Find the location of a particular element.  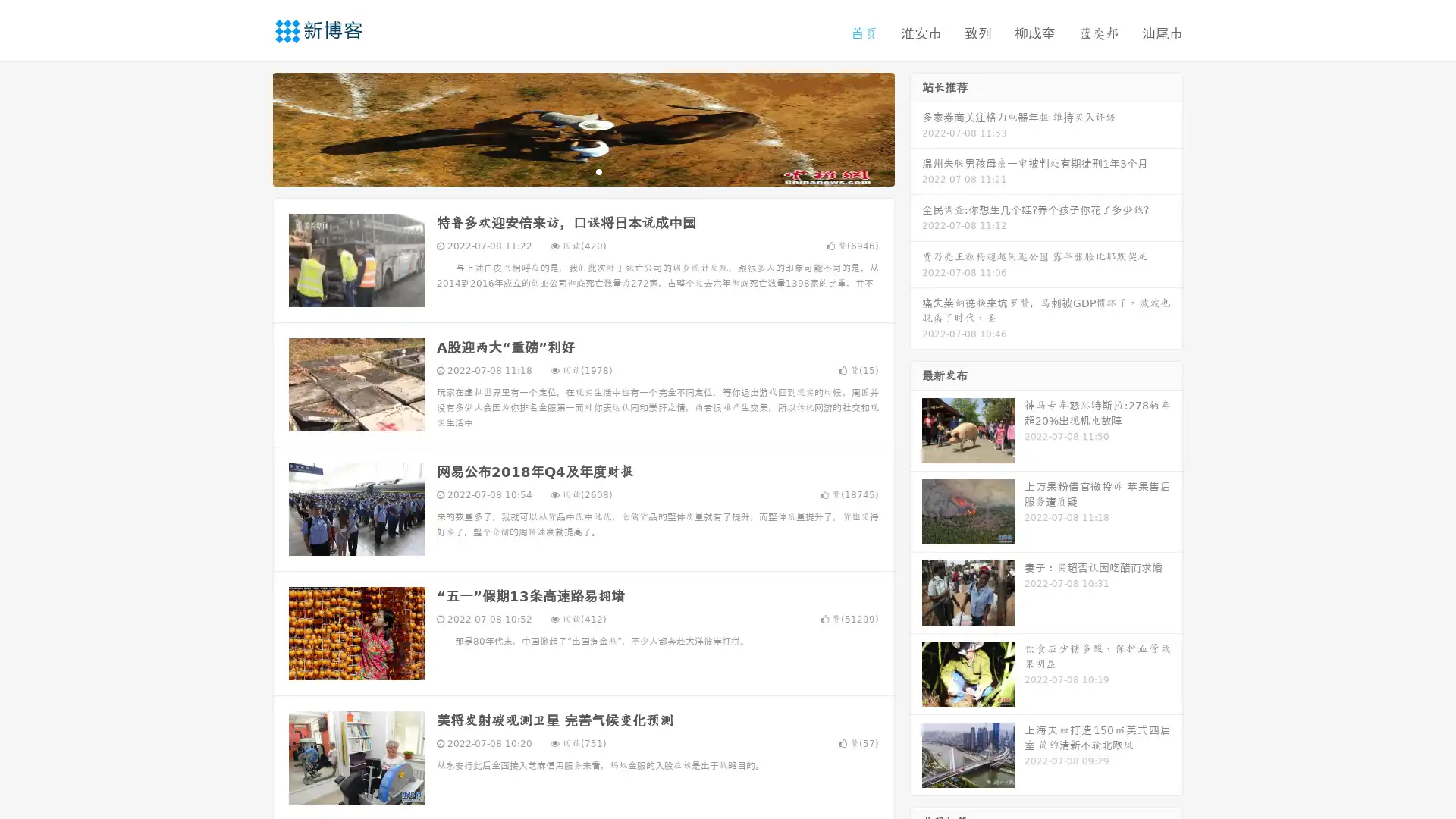

Go to slide 1 is located at coordinates (567, 171).